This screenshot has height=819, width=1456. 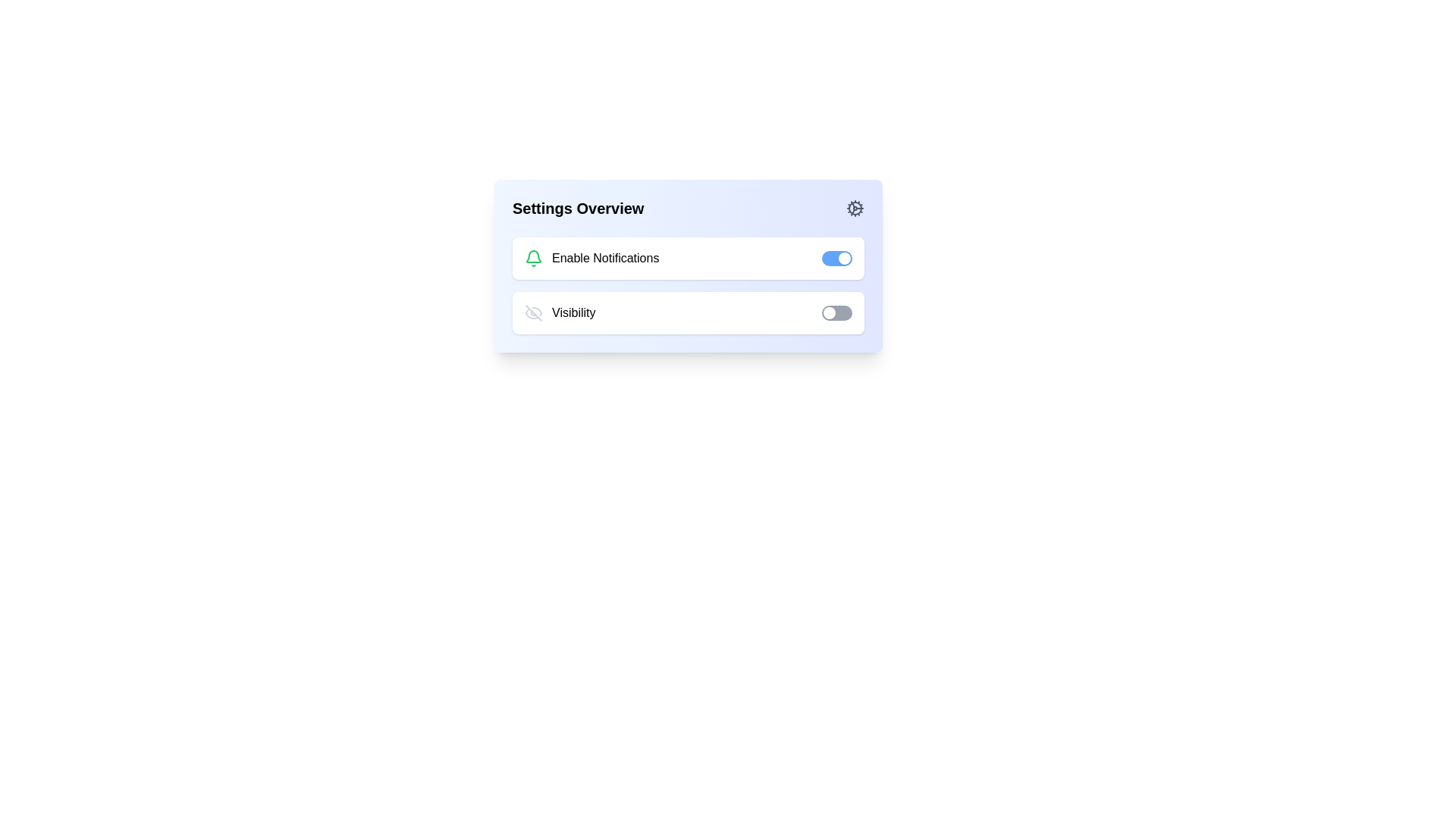 I want to click on the draggable toggle handle on the left side of the toggle switch in the 'Visibility' row of the 'Settings Overview' panel, so click(x=829, y=312).